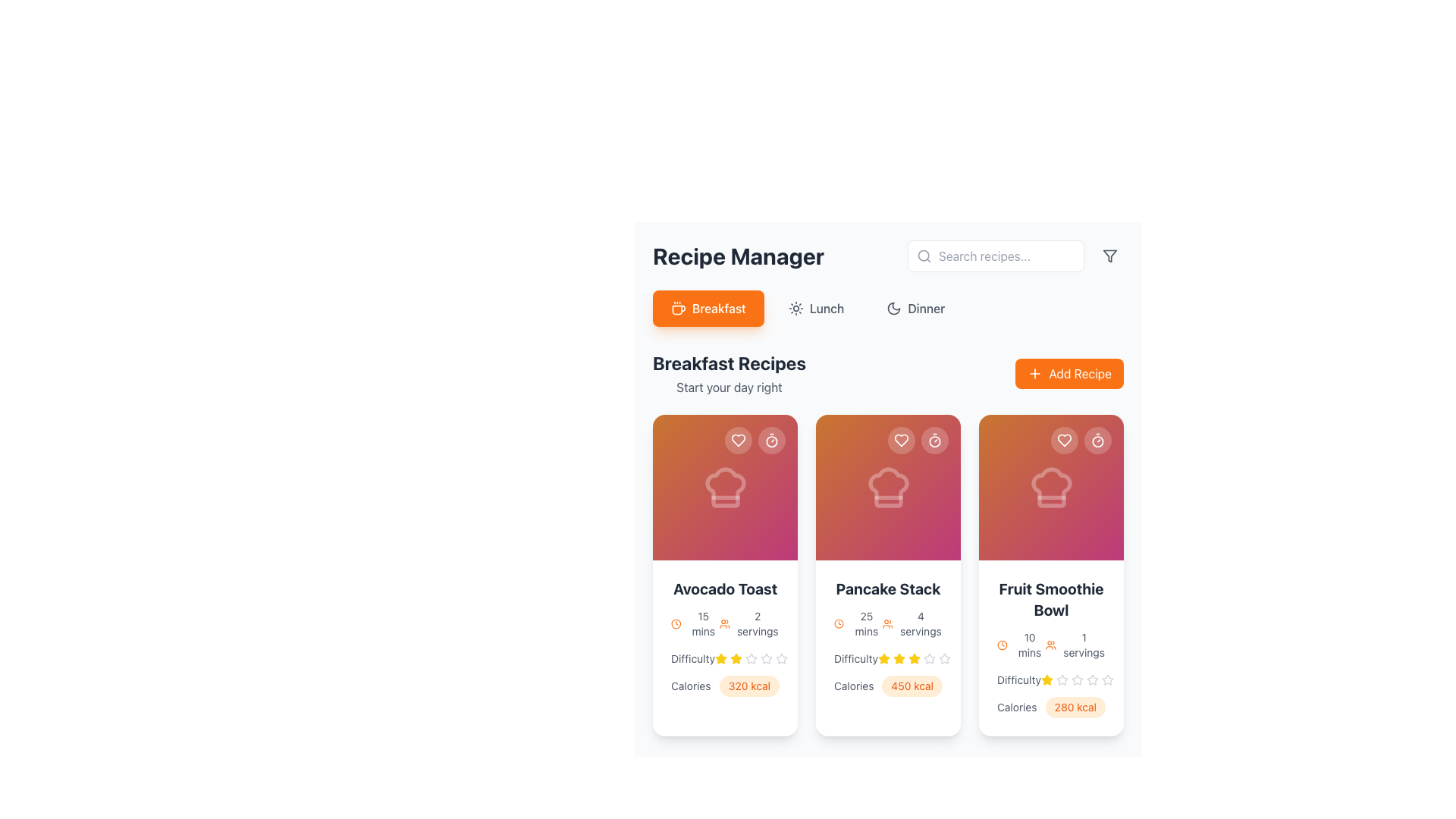  What do you see at coordinates (854, 686) in the screenshot?
I see `text label displaying 'Calories' which is styled in gray color and positioned left-aligned under the title 'Pancake Stack' in the middle content card` at bounding box center [854, 686].